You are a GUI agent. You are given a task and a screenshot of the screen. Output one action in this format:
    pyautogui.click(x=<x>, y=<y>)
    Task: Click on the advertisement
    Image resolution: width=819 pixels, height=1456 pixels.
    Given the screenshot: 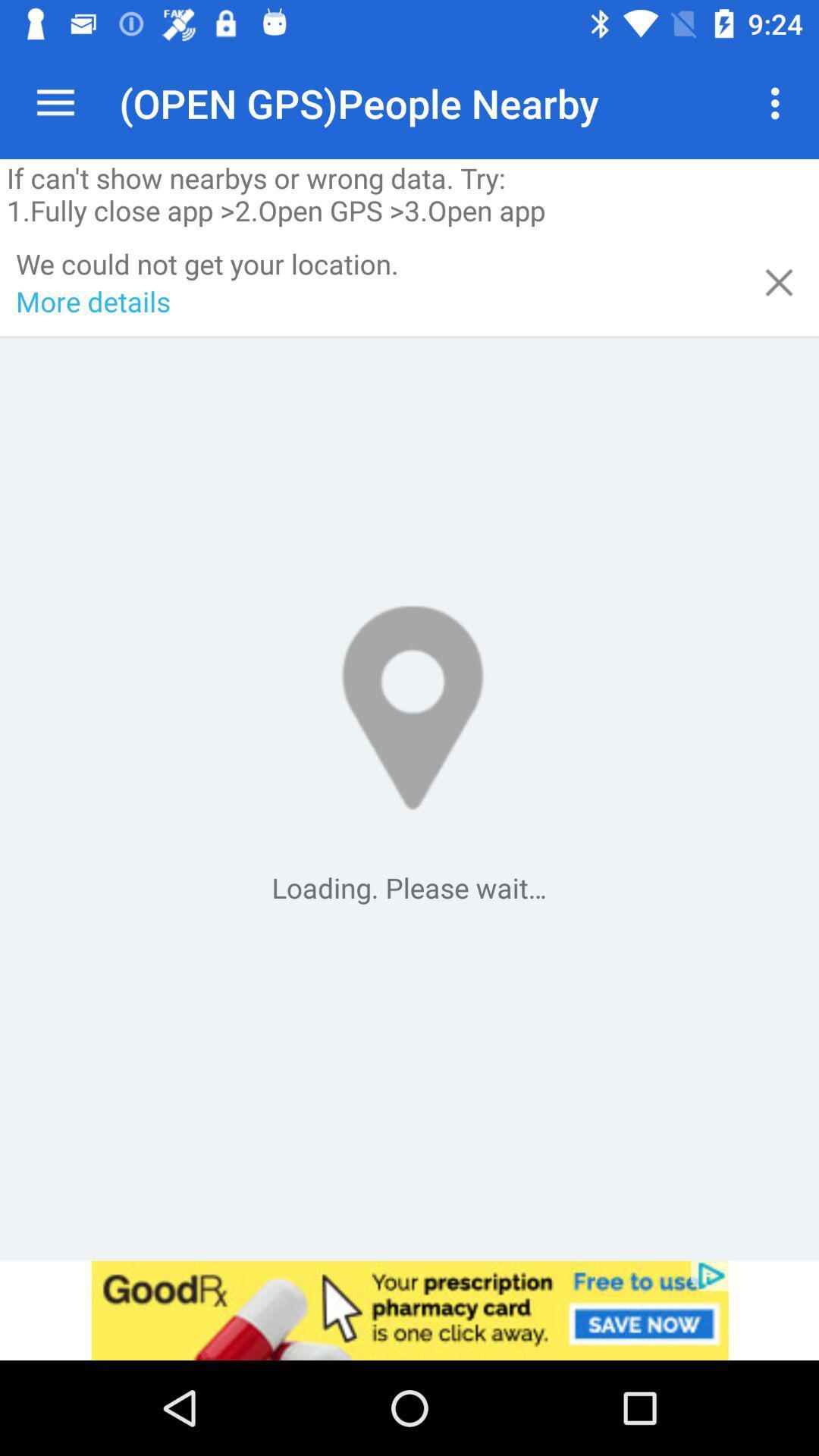 What is the action you would take?
    pyautogui.click(x=409, y=1310)
    